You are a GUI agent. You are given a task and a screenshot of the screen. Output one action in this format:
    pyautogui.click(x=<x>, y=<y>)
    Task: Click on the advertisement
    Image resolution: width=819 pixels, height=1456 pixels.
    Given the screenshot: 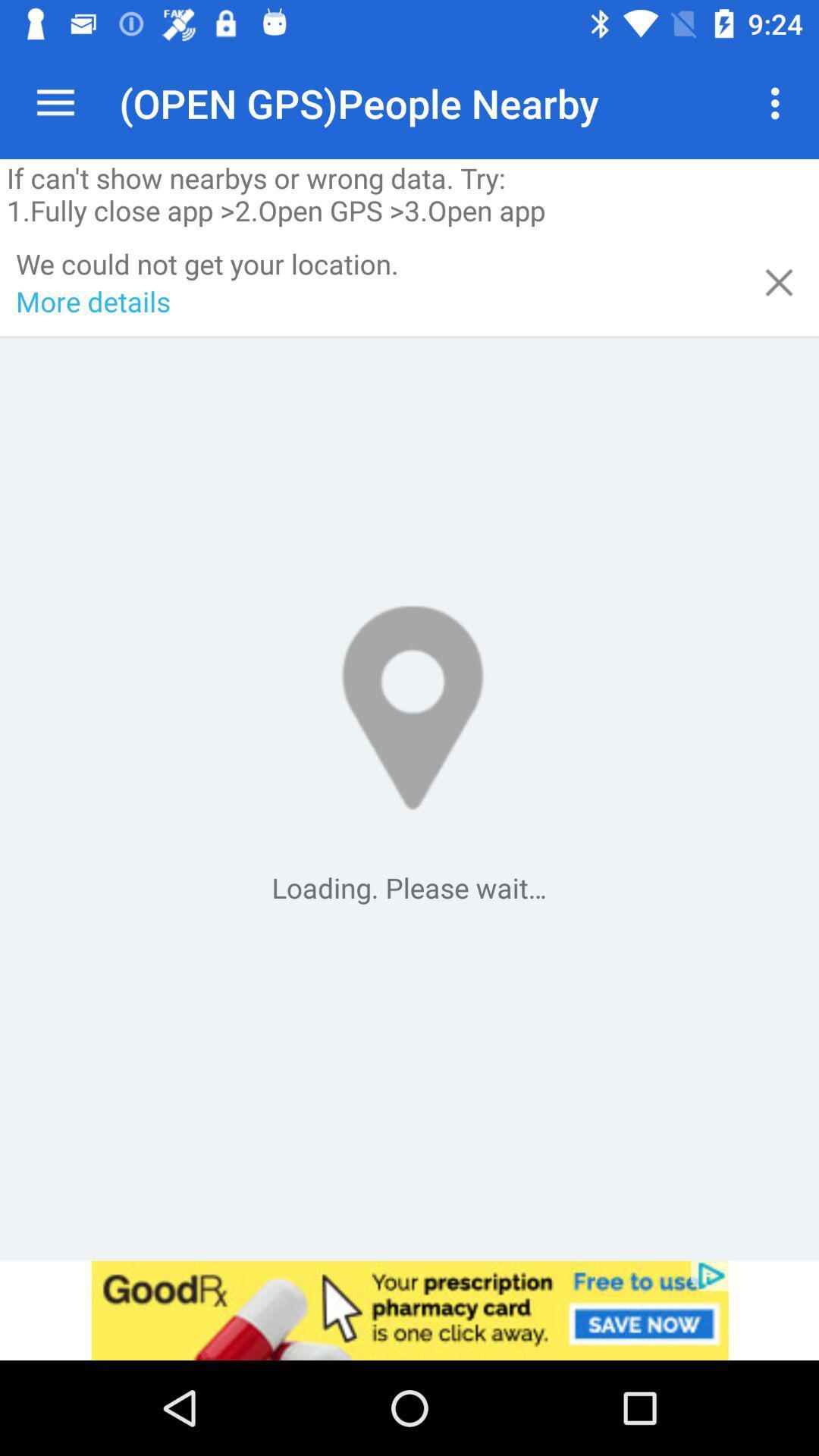 What is the action you would take?
    pyautogui.click(x=409, y=1310)
    